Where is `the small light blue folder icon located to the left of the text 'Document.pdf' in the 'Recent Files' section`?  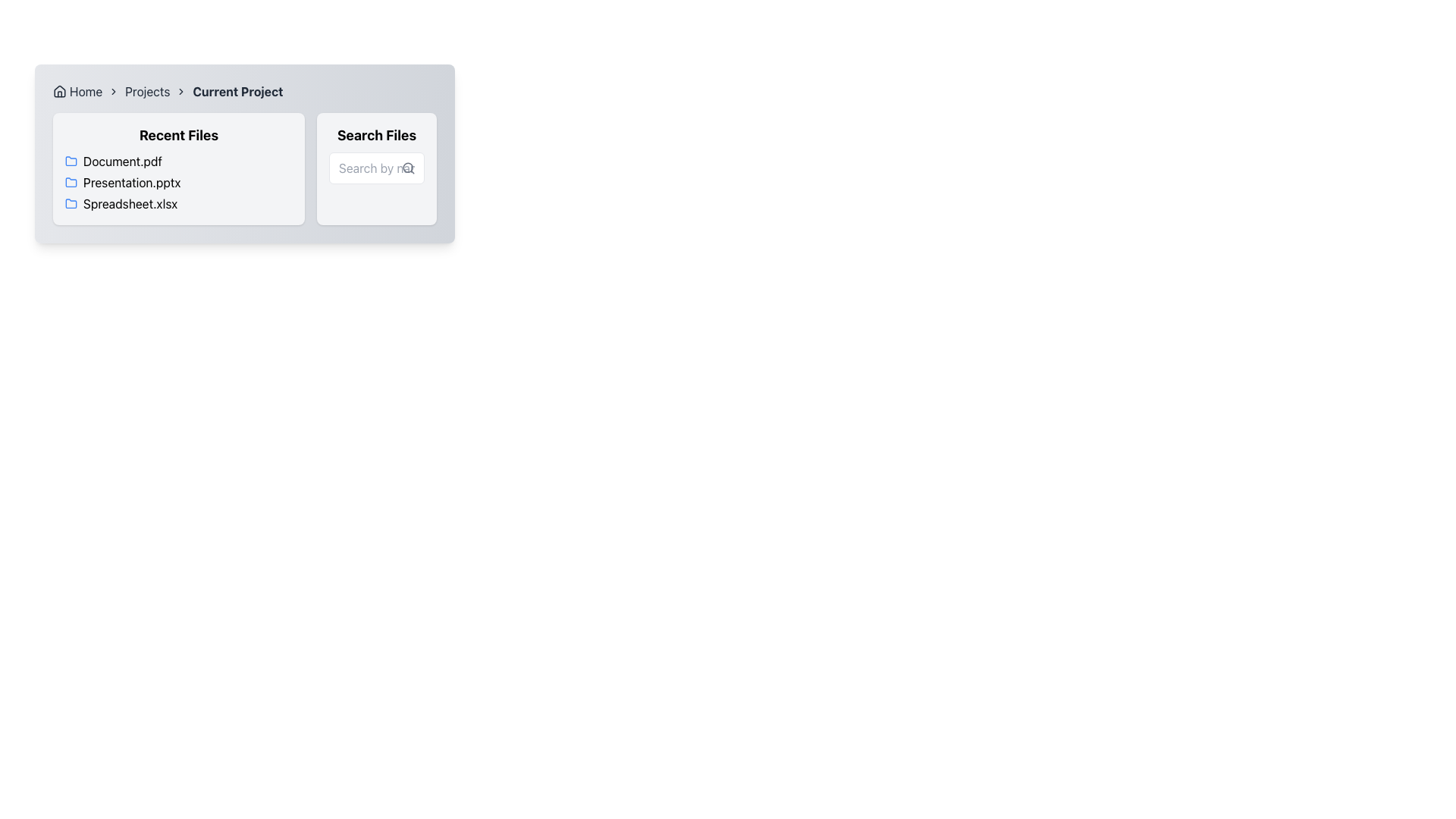 the small light blue folder icon located to the left of the text 'Document.pdf' in the 'Recent Files' section is located at coordinates (71, 161).